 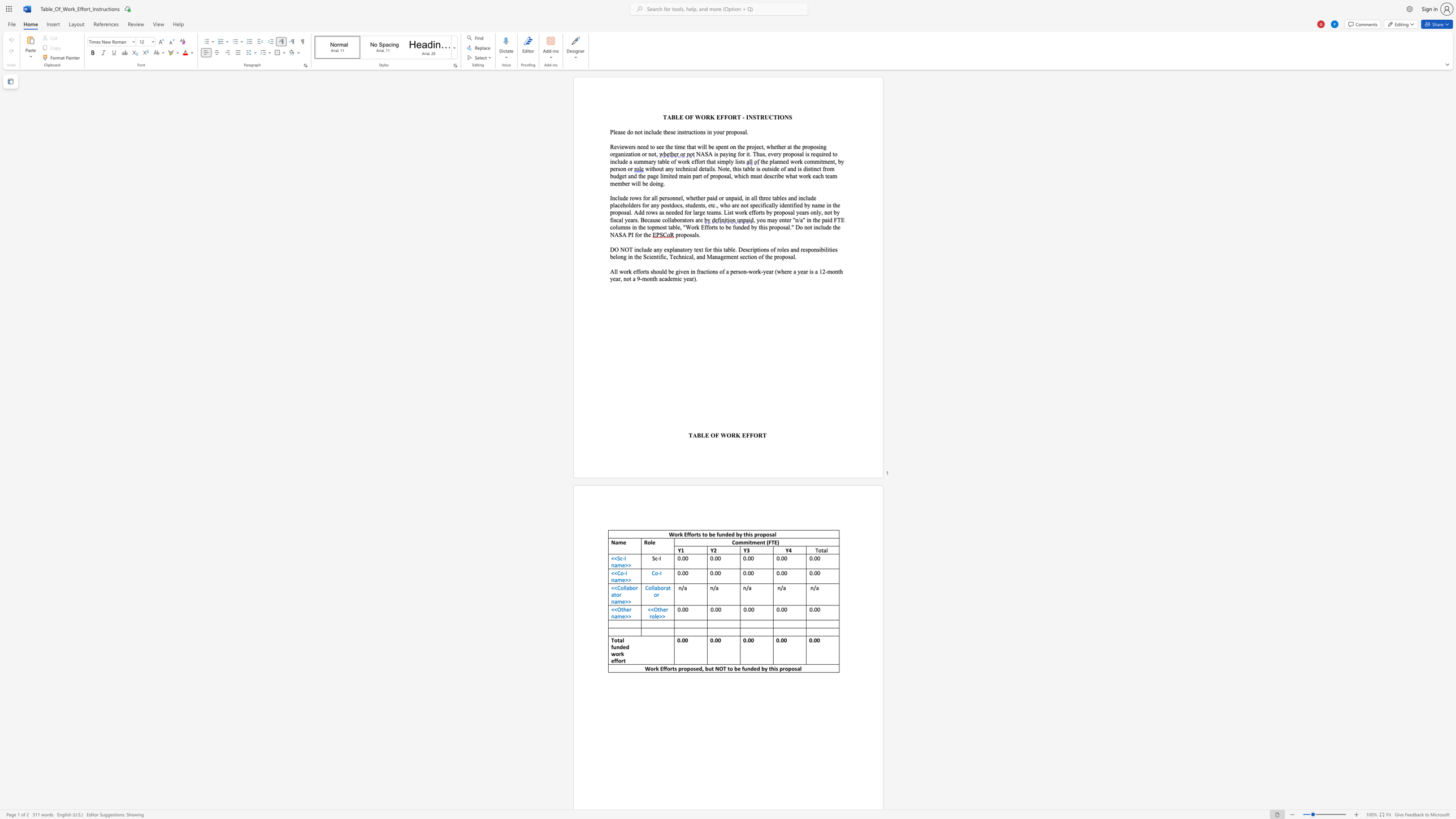 What do you see at coordinates (811, 161) in the screenshot?
I see `the space between the continuous character "o" and "m" in the text` at bounding box center [811, 161].